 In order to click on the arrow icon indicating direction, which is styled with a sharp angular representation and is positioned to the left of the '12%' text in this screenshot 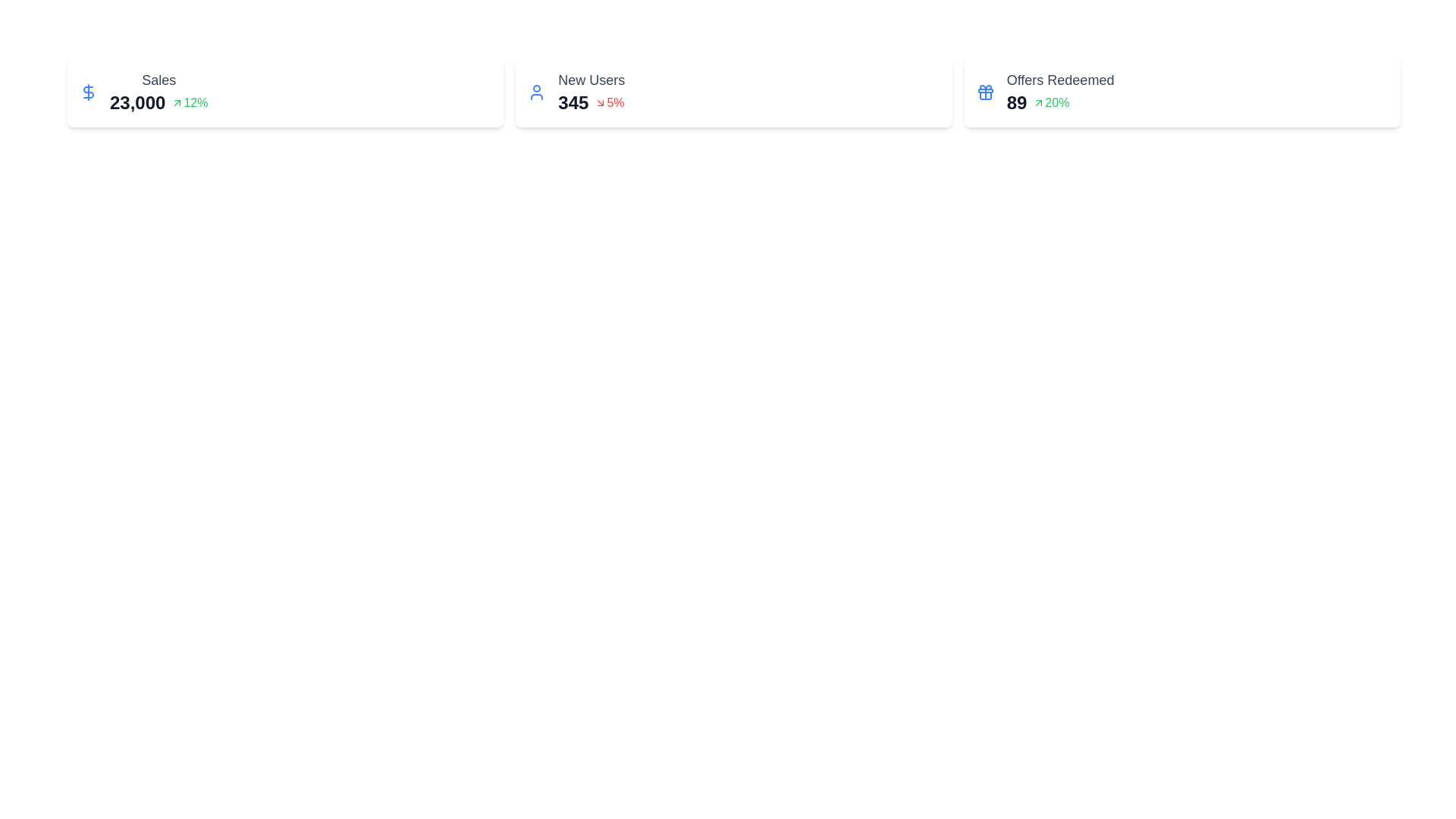, I will do `click(177, 102)`.